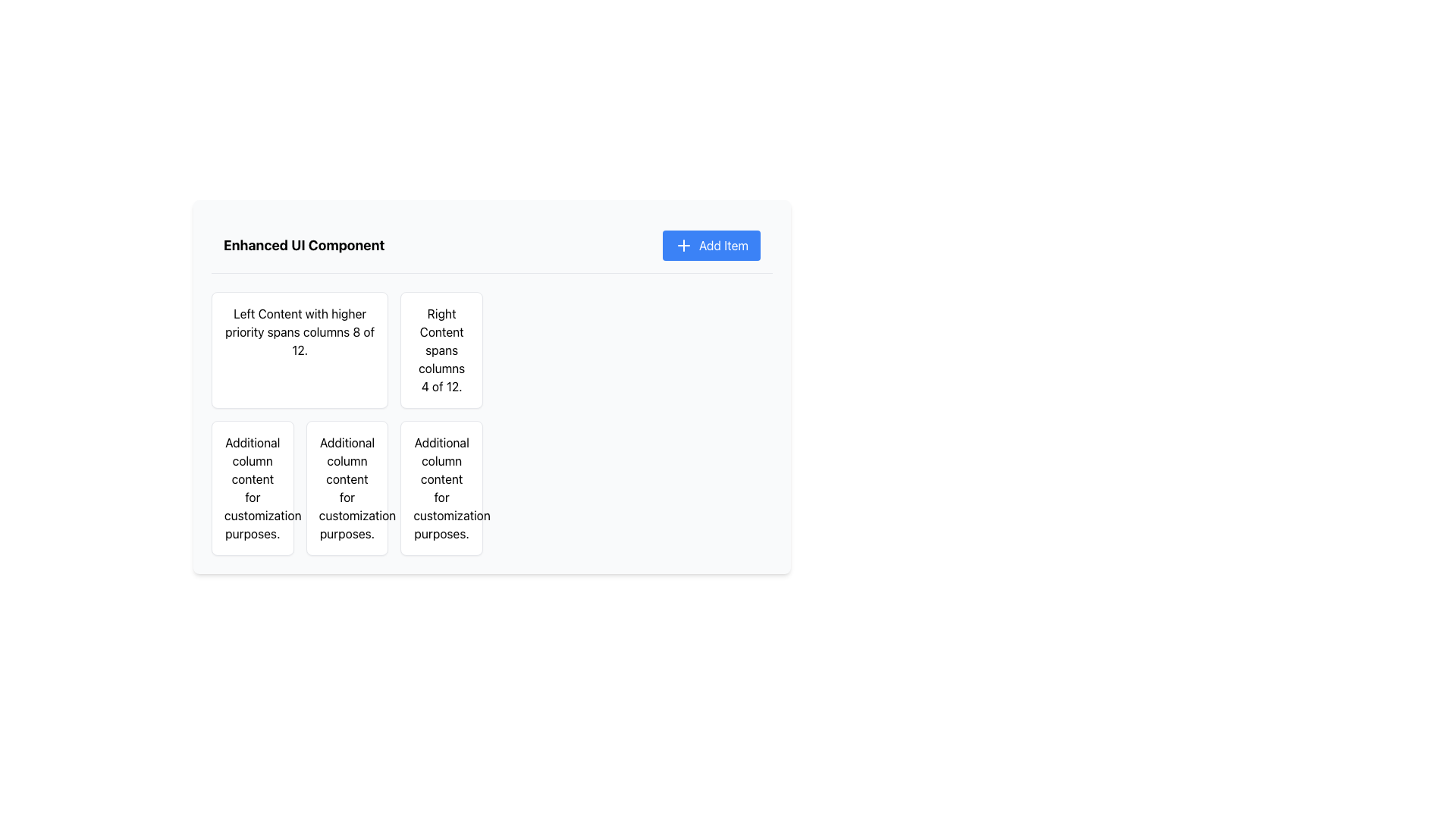 The width and height of the screenshot is (1456, 819). Describe the element at coordinates (711, 245) in the screenshot. I see `the 'Add Item' button, which is a rectangular button with a blue background, white text, and a plus (+) symbol, located` at that location.